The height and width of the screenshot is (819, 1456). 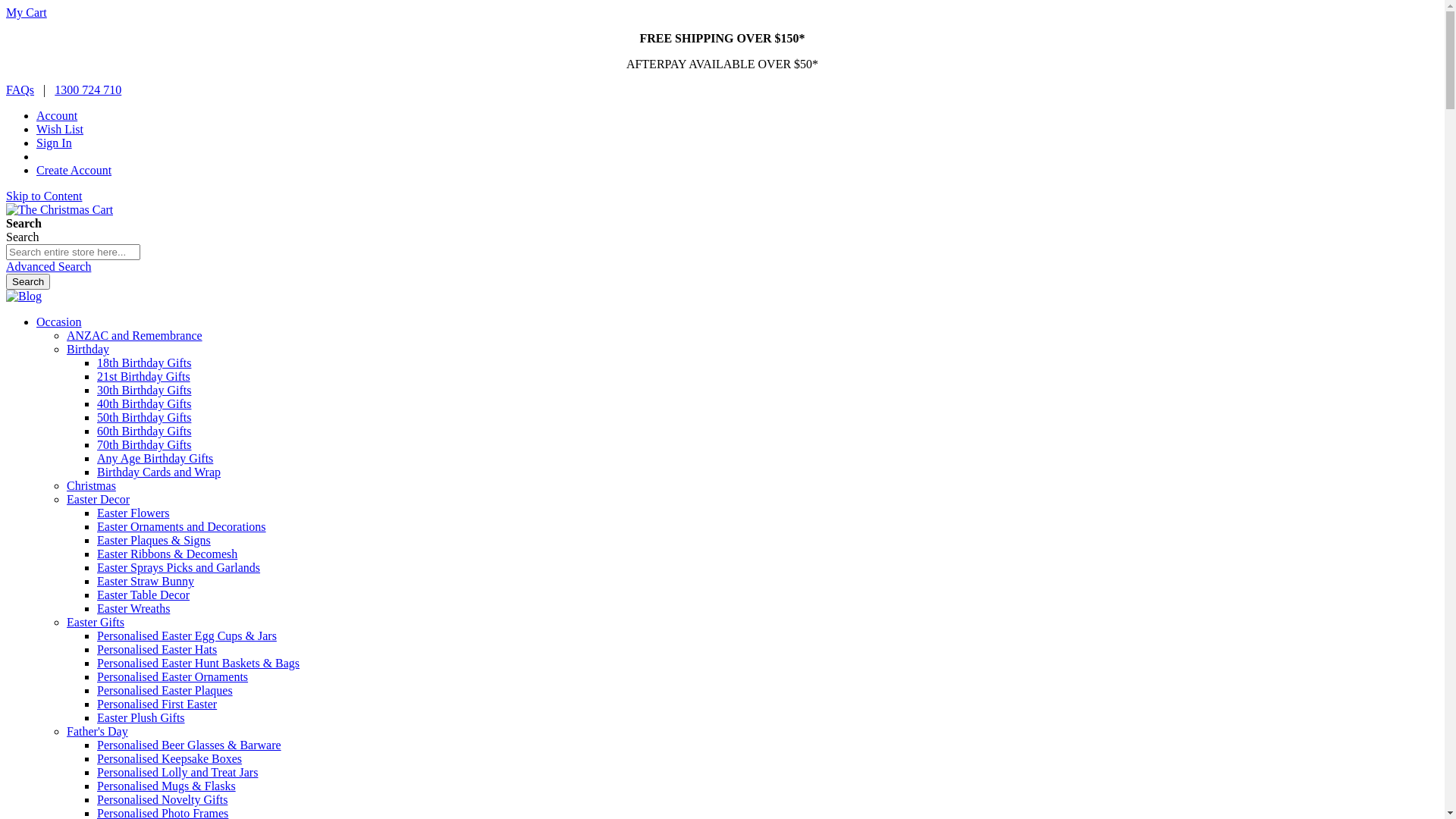 I want to click on 'Easter Sprays Picks and Garlands', so click(x=96, y=567).